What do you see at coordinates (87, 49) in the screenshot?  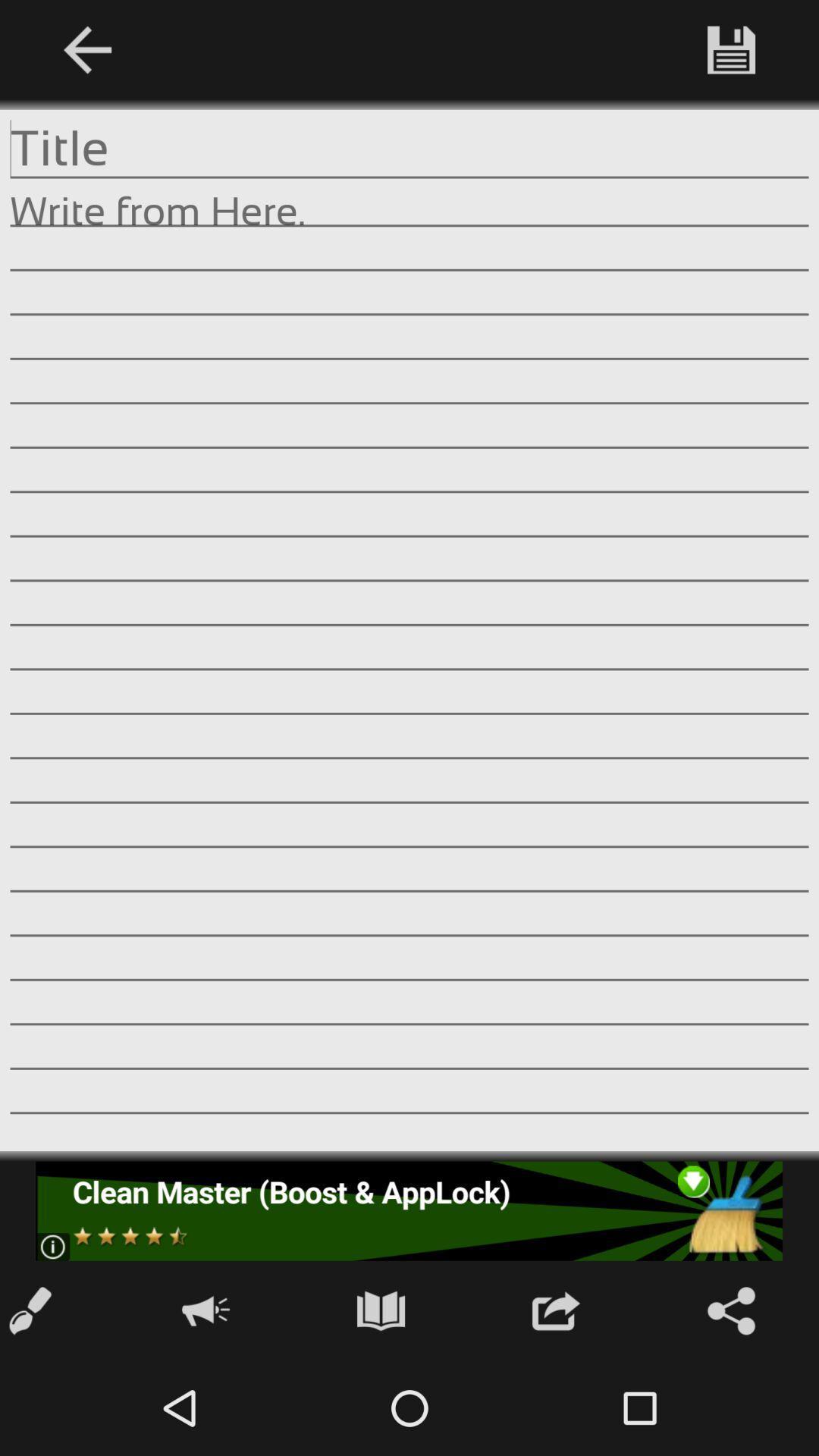 I see `the arrow_backward icon` at bounding box center [87, 49].